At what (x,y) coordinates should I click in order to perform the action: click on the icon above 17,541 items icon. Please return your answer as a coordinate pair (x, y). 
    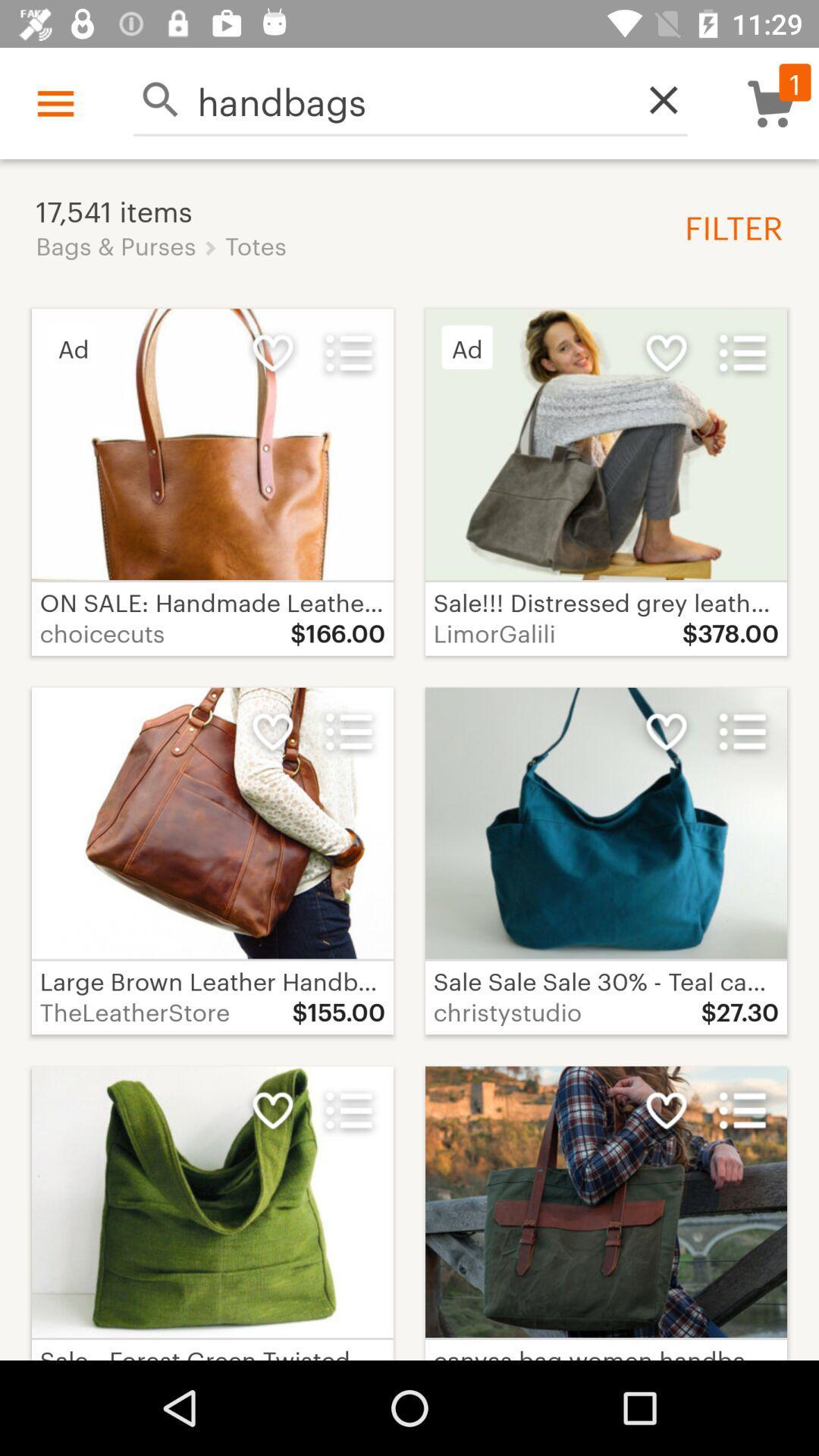
    Looking at the image, I should click on (55, 102).